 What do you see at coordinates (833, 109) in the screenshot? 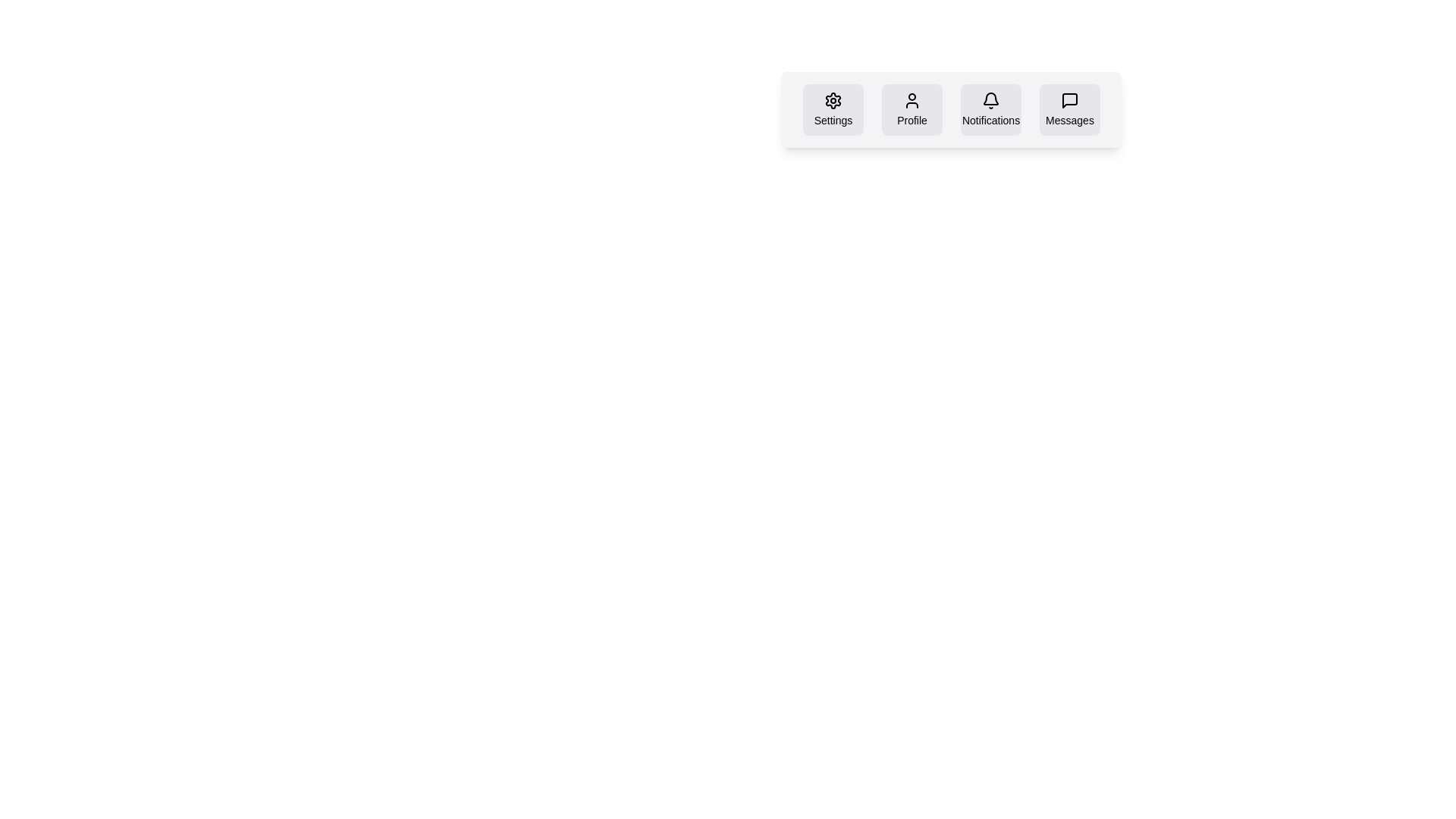
I see `the 'Settings' button, which is a light gray rectangular button with rounded corners, containing a gear icon and the label 'Settings', located in the top-right area of the interface` at bounding box center [833, 109].